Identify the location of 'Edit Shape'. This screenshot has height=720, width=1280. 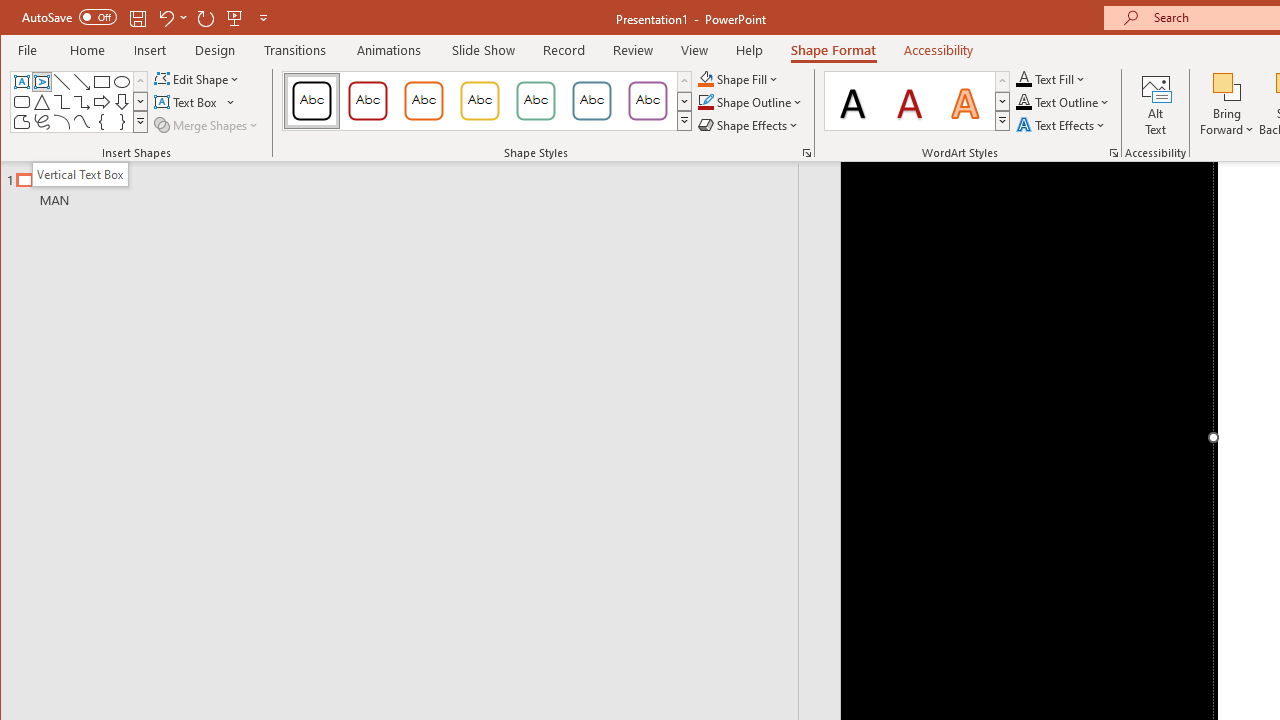
(198, 78).